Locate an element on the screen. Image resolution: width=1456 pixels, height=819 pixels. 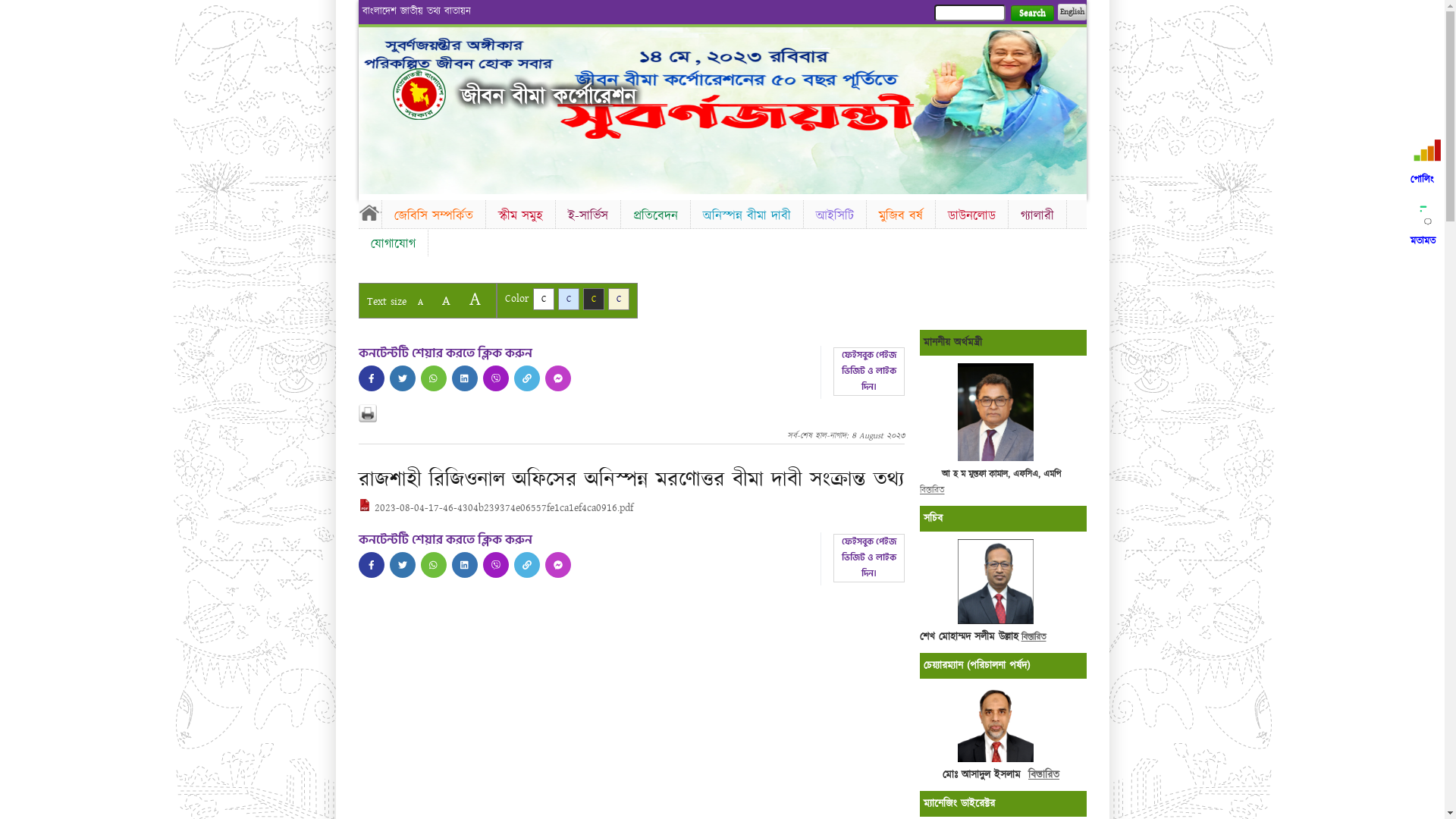
'A' is located at coordinates (473, 299).